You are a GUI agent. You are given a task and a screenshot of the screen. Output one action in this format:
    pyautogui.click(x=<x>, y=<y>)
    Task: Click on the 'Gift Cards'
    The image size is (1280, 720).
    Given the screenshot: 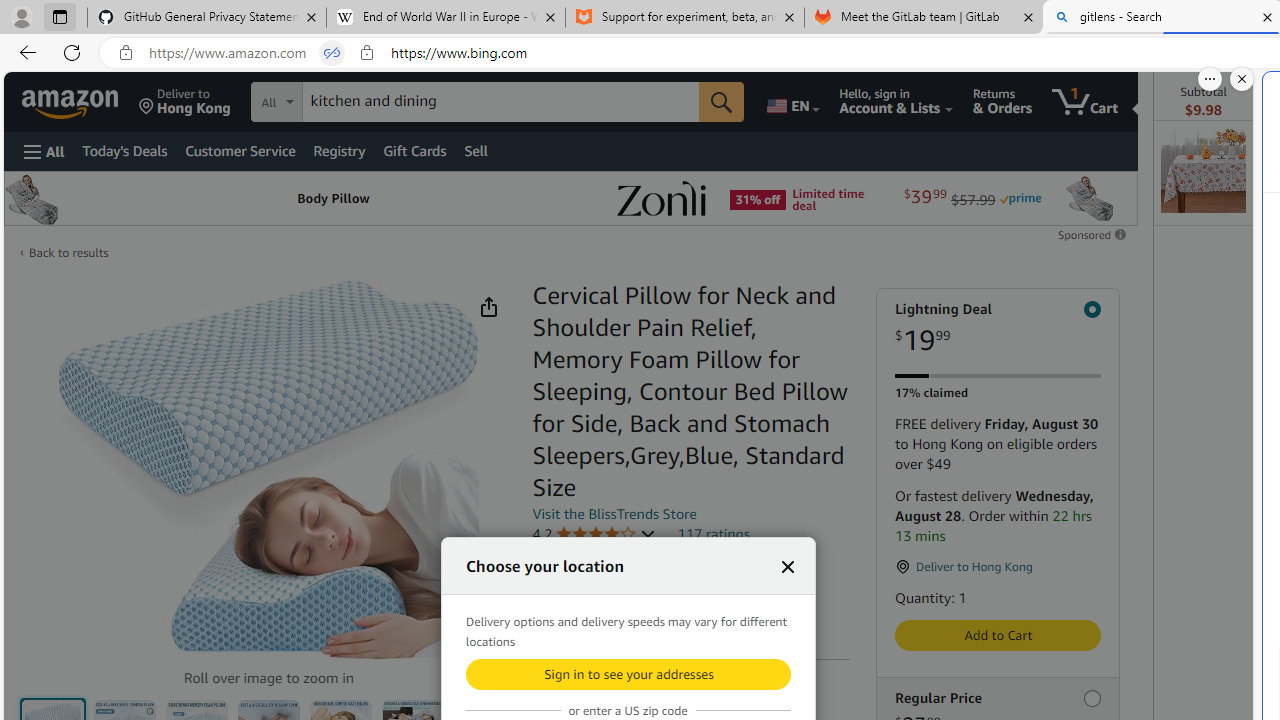 What is the action you would take?
    pyautogui.click(x=413, y=149)
    